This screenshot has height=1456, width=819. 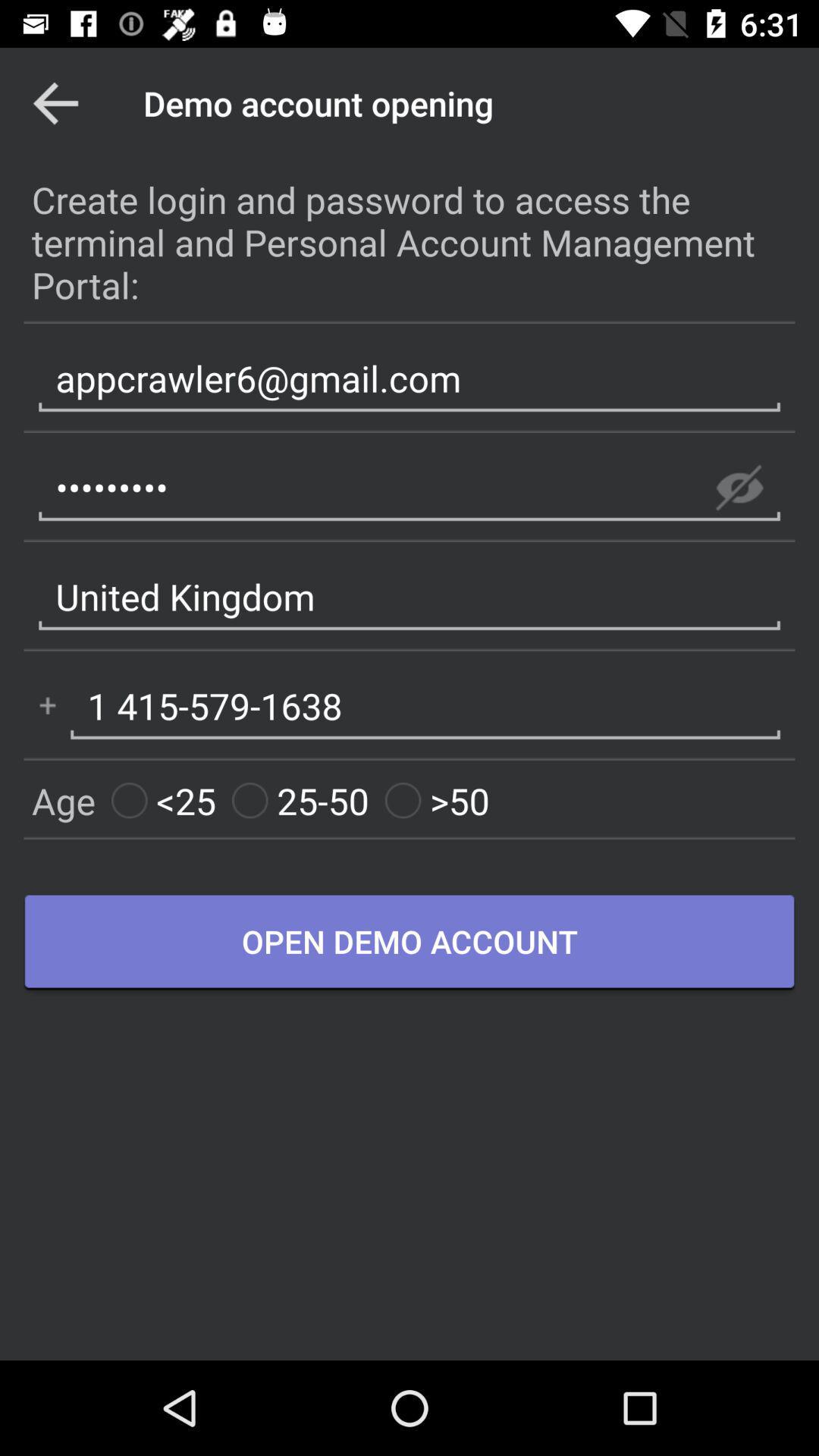 What do you see at coordinates (739, 488) in the screenshot?
I see `the icon above the united kingdom item` at bounding box center [739, 488].